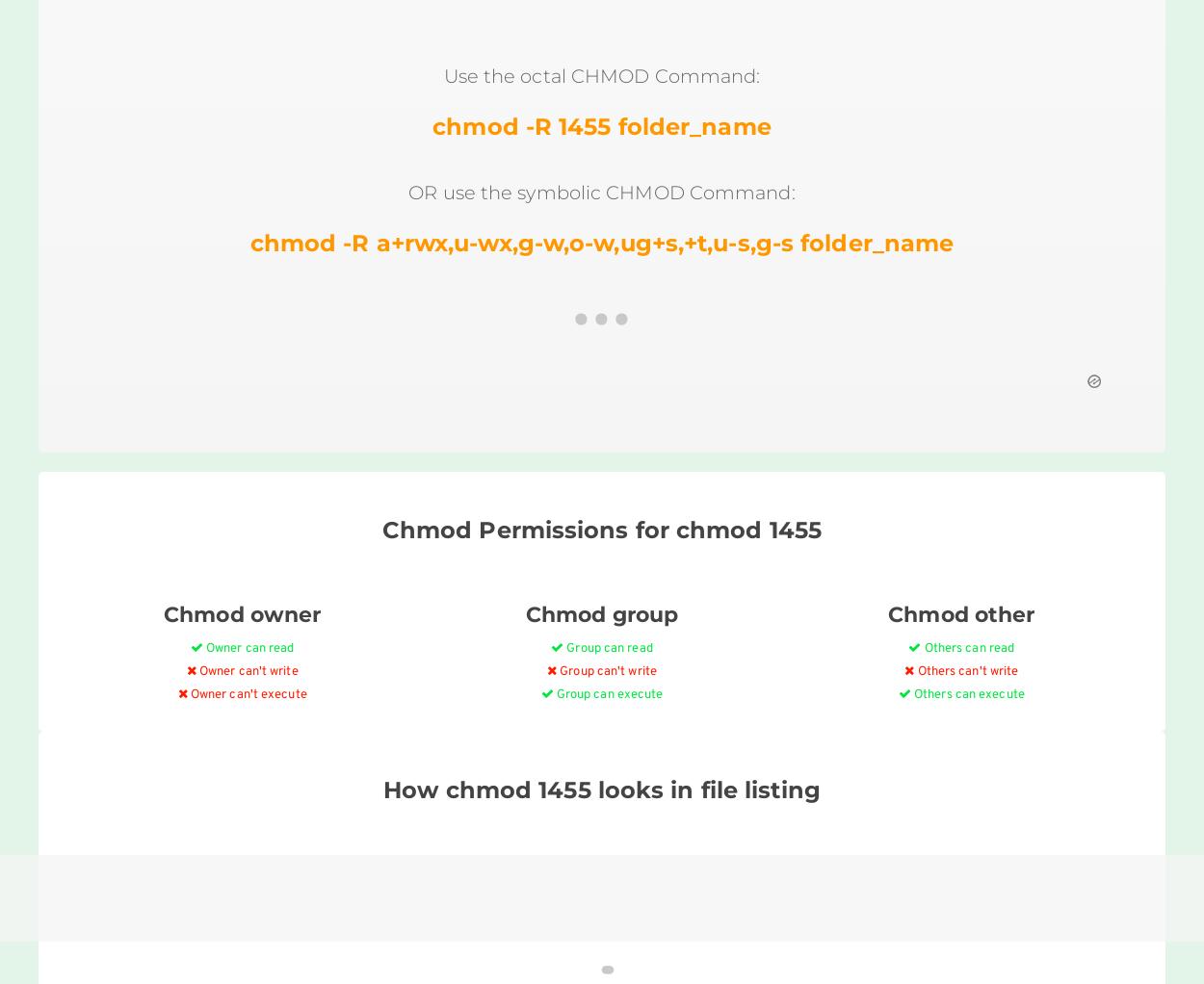  I want to click on 'looks in file listing', so click(589, 788).